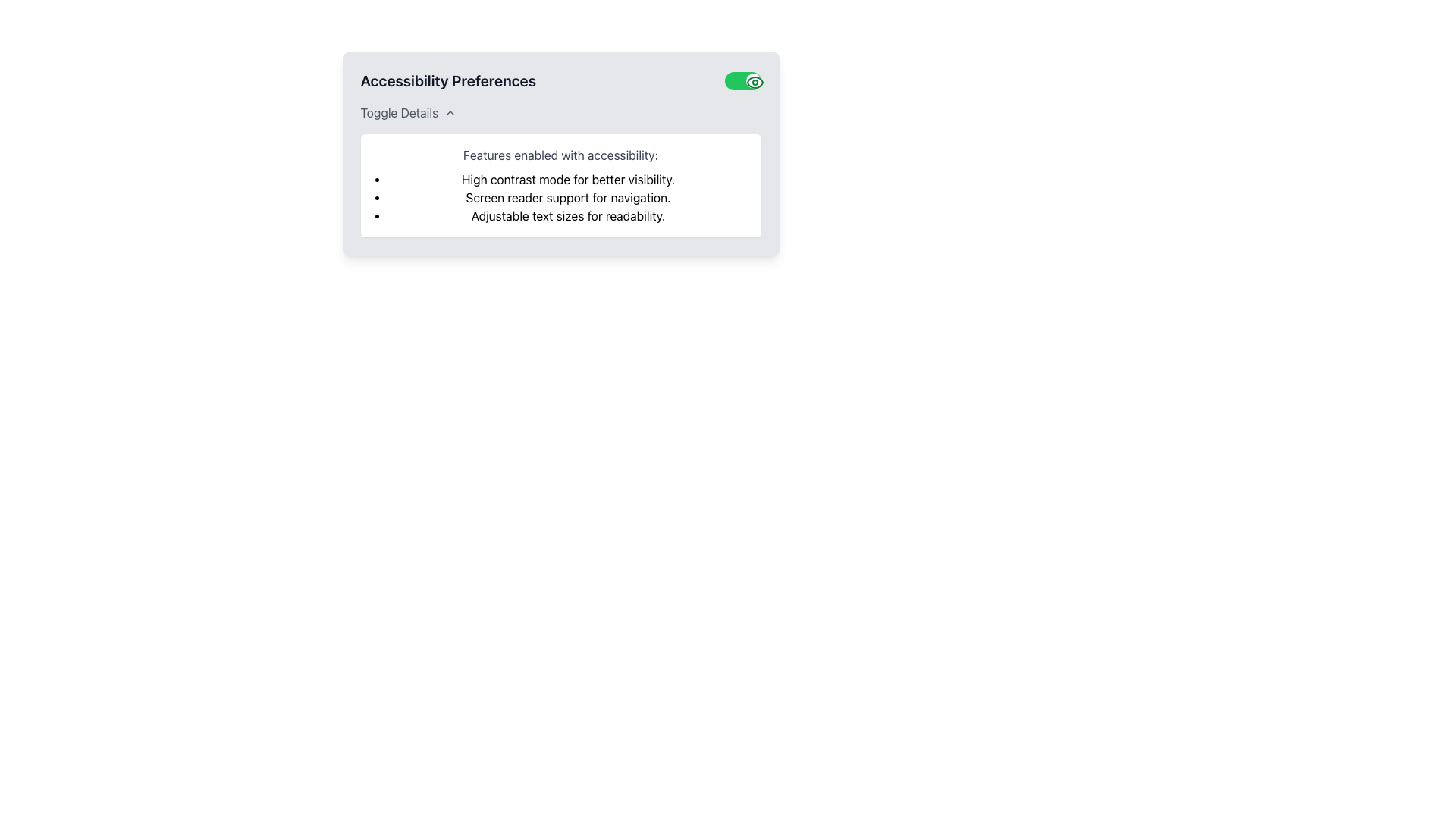 This screenshot has height=819, width=1456. Describe the element at coordinates (567, 197) in the screenshot. I see `the list of accessibility features, which is styled with bullet points and positioned below the heading 'Features enabled with accessibility:'` at that location.